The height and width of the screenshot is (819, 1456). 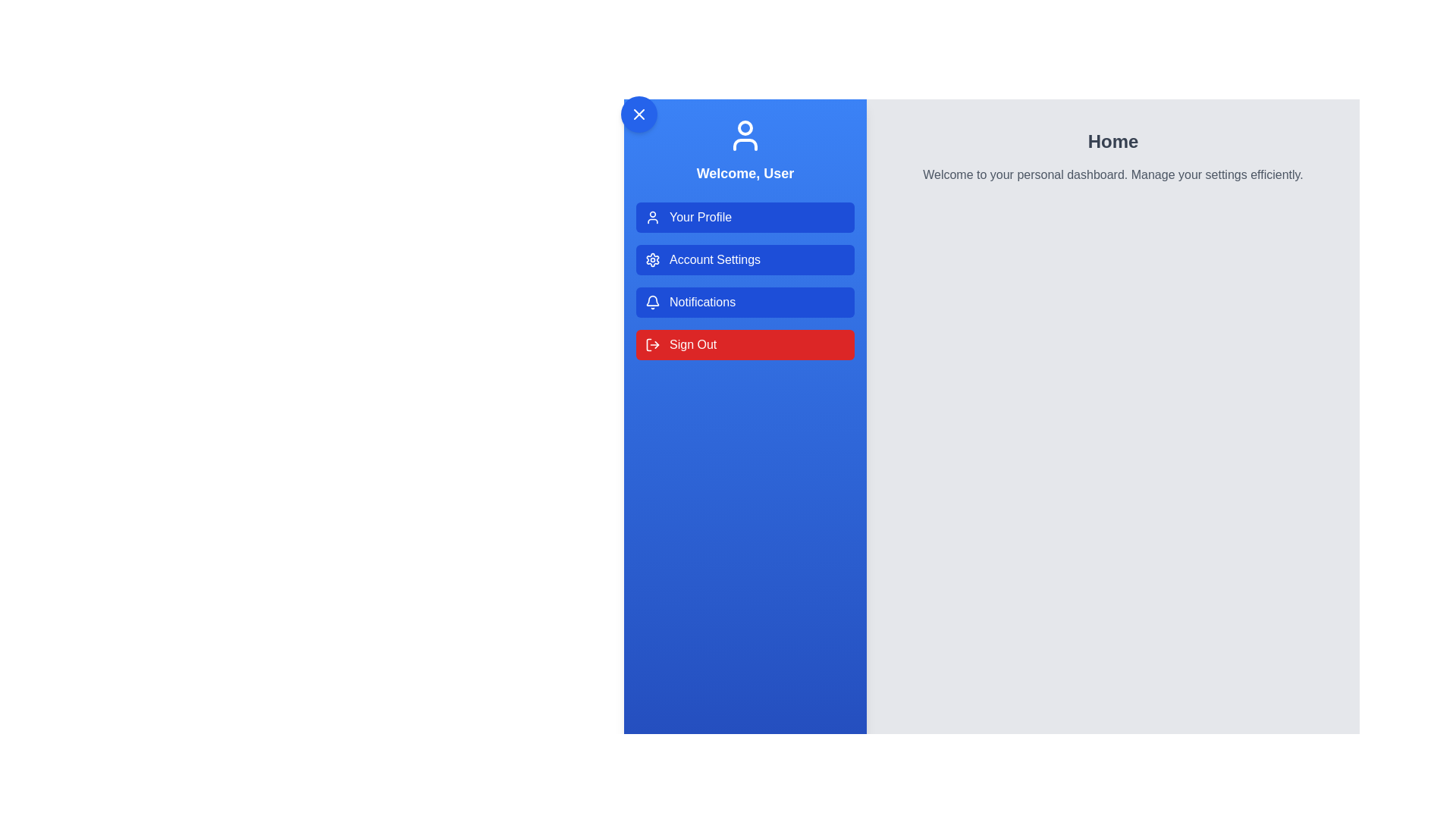 What do you see at coordinates (745, 302) in the screenshot?
I see `the menu option Notifications from the UserProfileDrawer` at bounding box center [745, 302].